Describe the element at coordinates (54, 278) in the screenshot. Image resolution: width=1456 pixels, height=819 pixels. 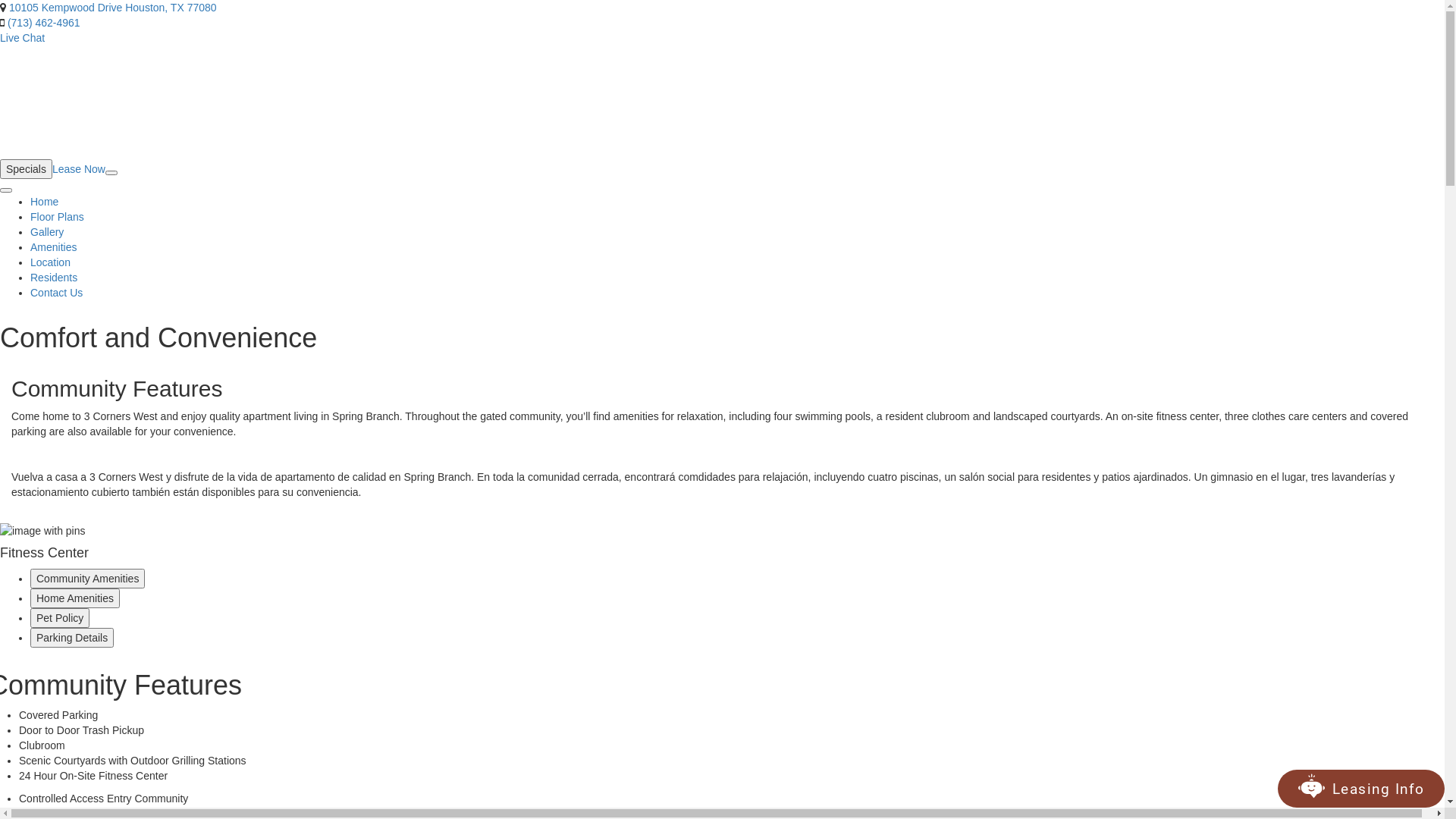
I see `'Residents'` at that location.